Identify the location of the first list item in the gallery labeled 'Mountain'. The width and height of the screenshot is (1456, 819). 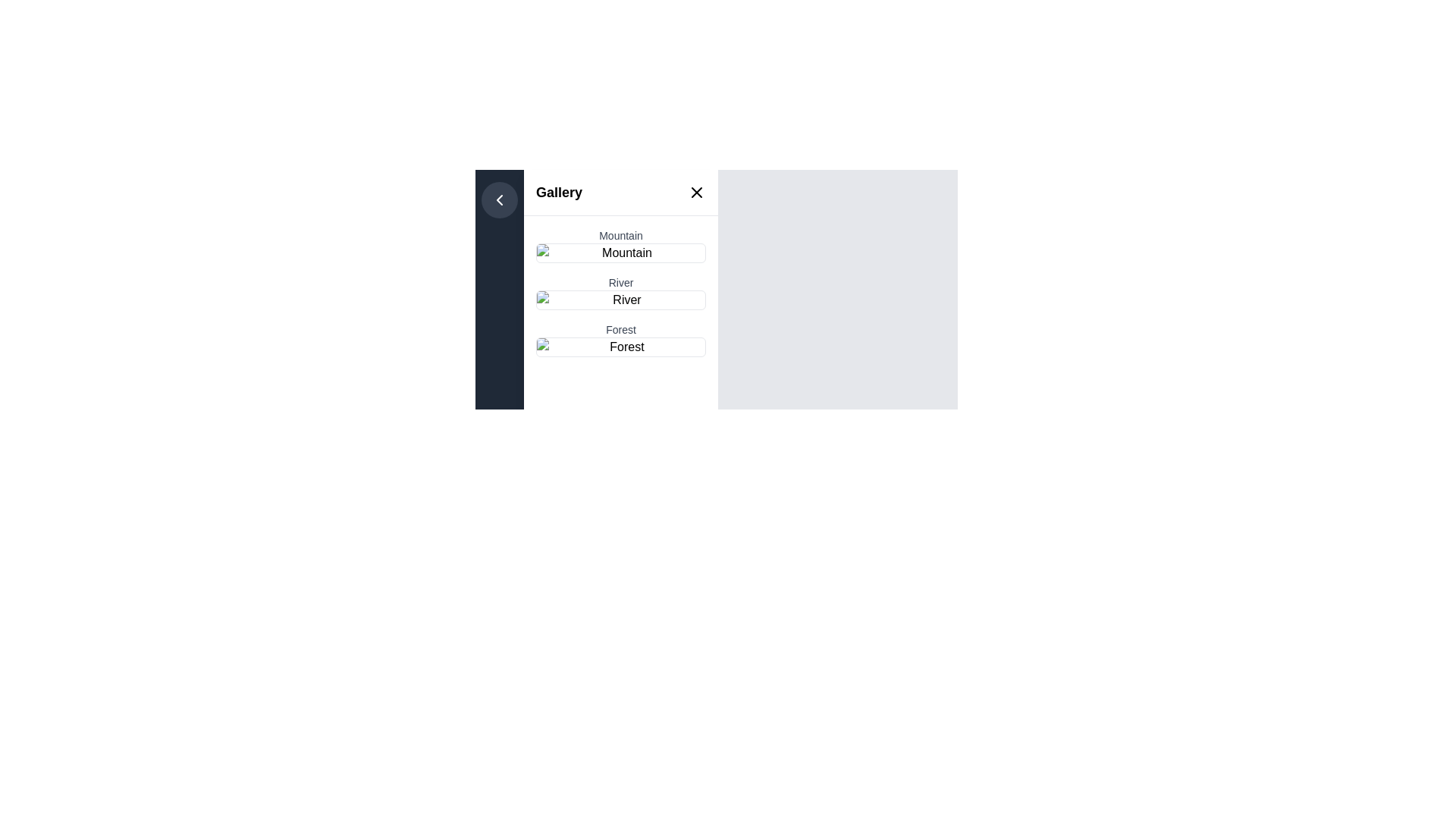
(621, 245).